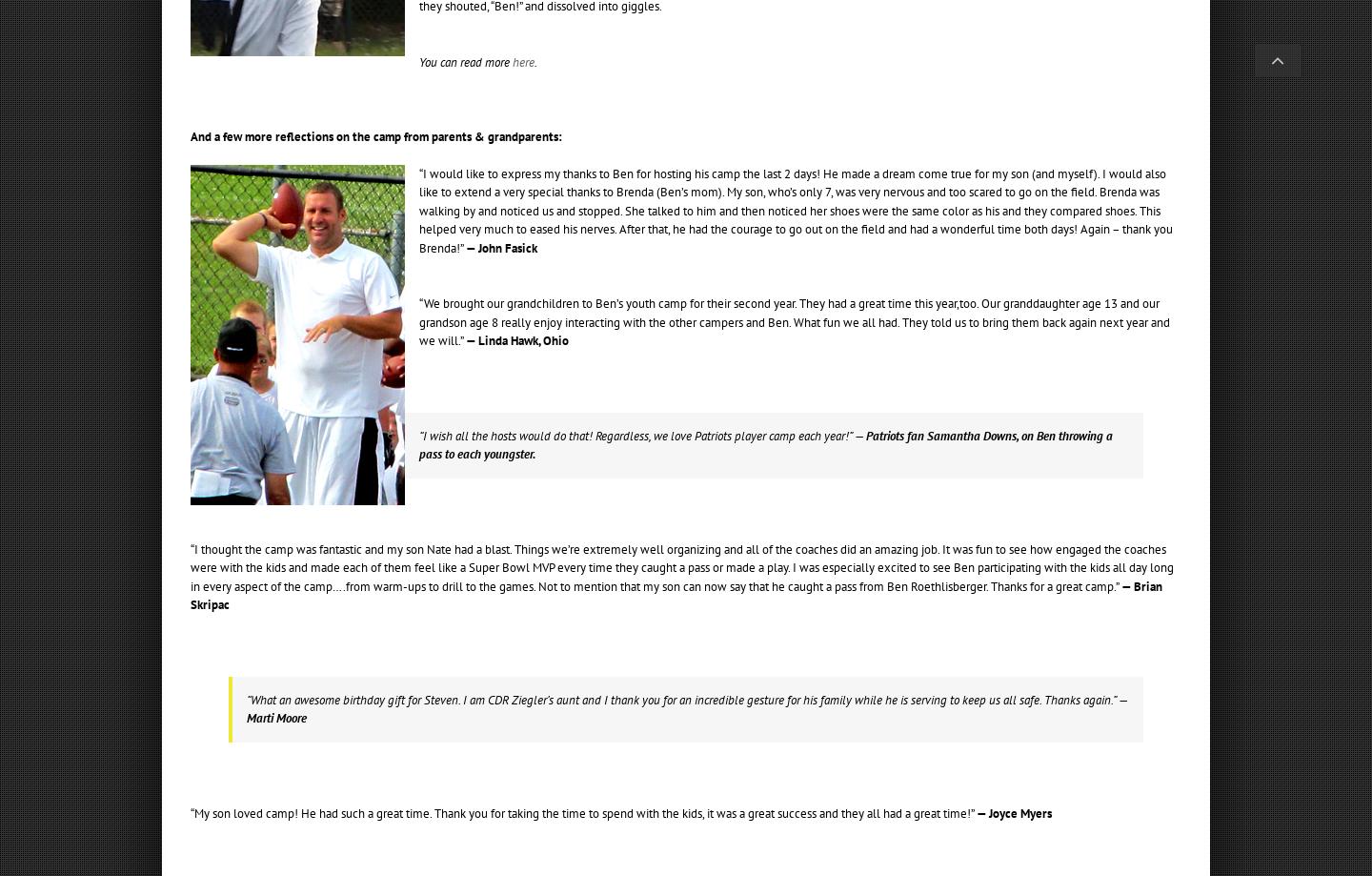  What do you see at coordinates (246, 708) in the screenshot?
I see `'— Marti Moore'` at bounding box center [246, 708].